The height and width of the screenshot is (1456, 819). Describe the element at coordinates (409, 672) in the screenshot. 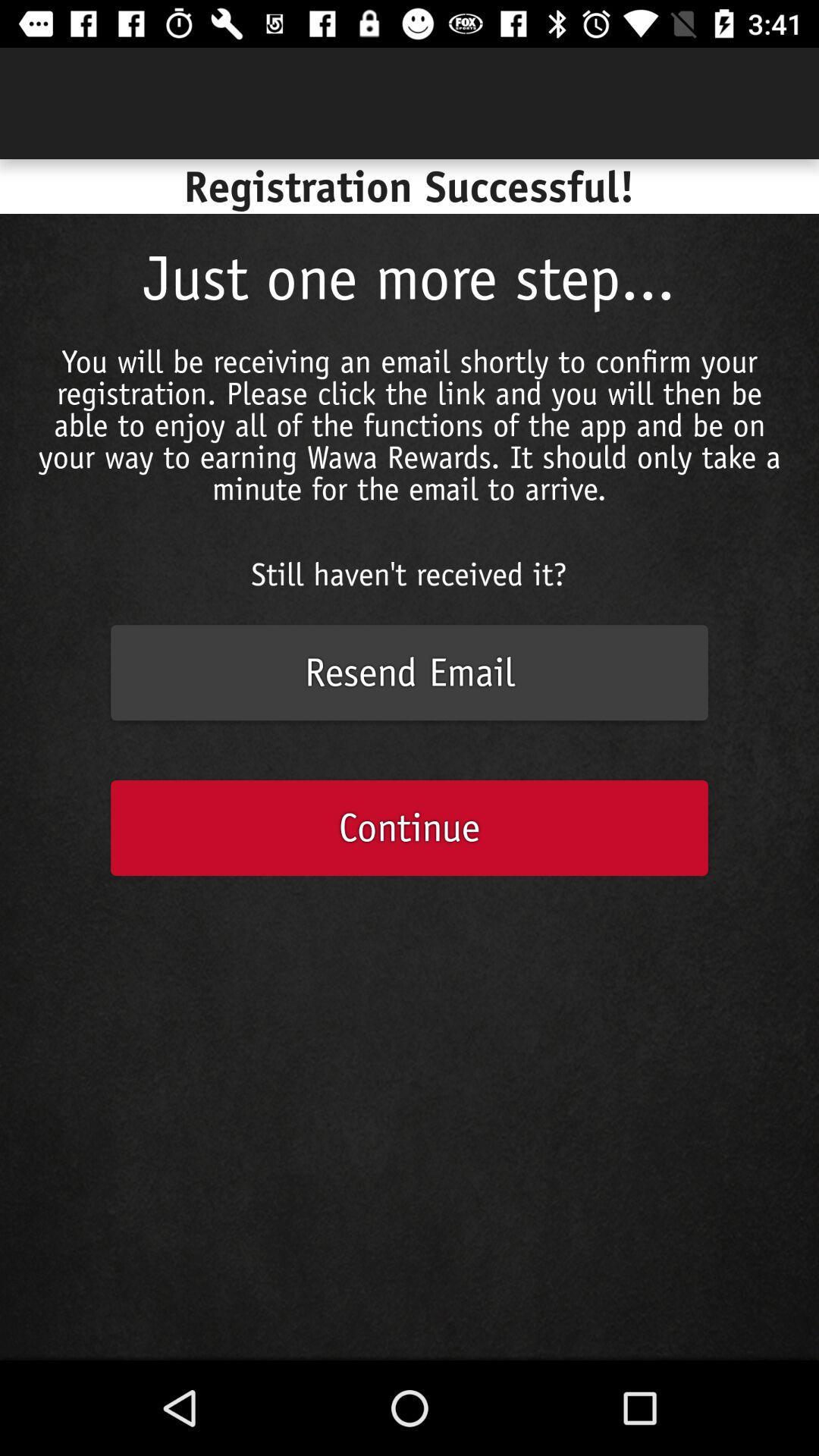

I see `resend email item` at that location.